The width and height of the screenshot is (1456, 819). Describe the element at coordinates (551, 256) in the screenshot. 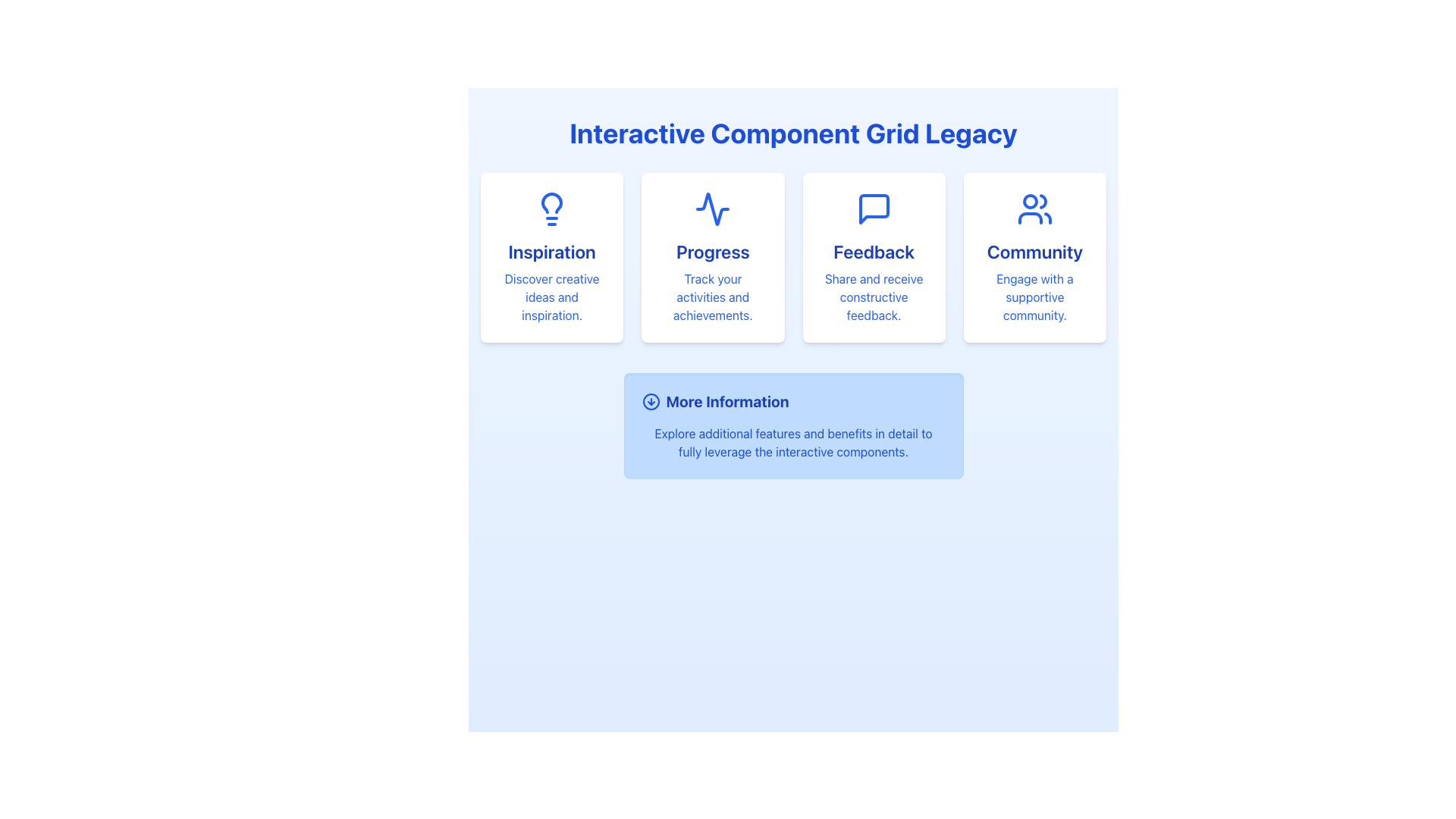

I see `the top-left card in the 2x2 grid` at that location.